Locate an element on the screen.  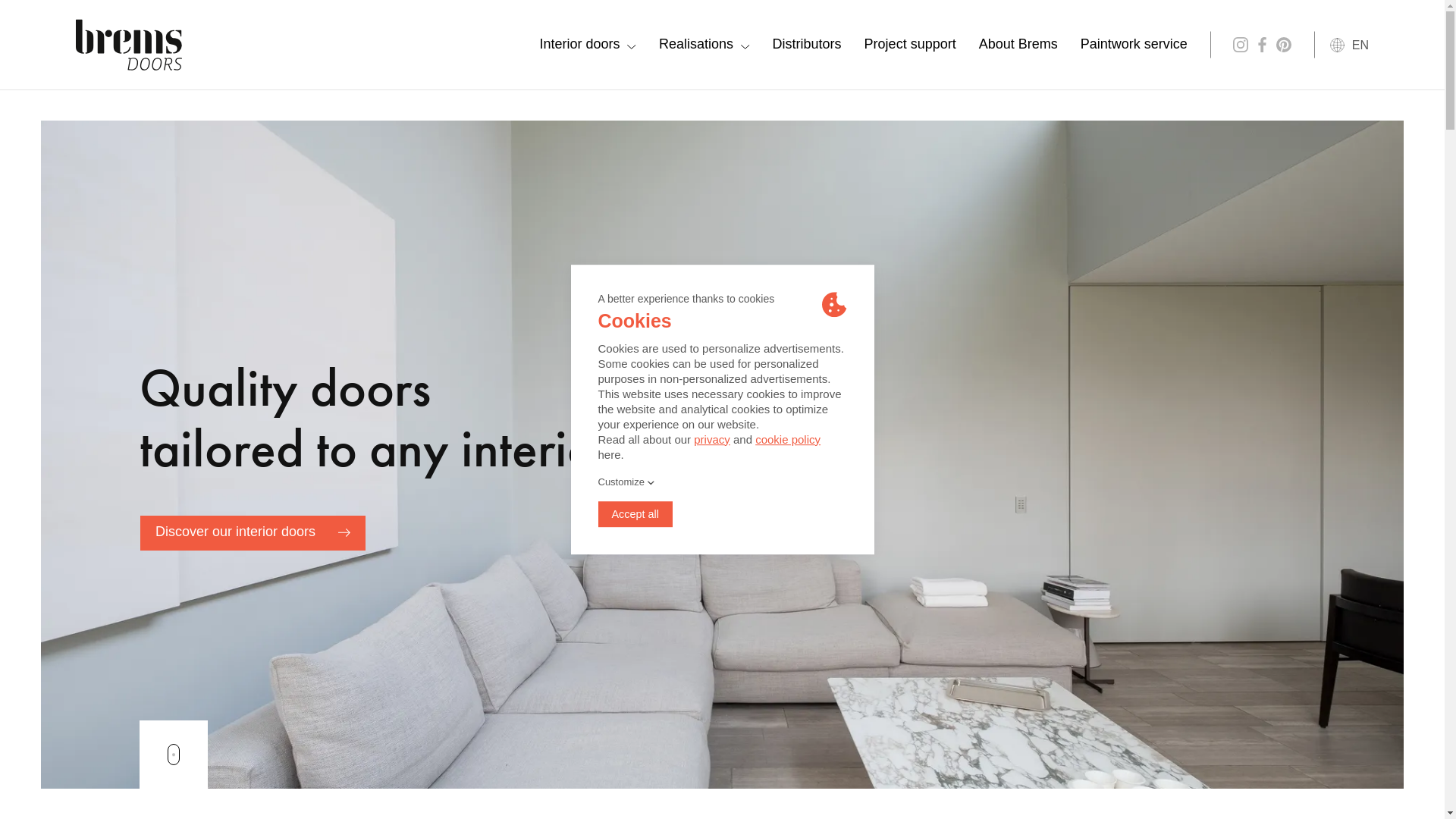
'Interior doors' is located at coordinates (586, 43).